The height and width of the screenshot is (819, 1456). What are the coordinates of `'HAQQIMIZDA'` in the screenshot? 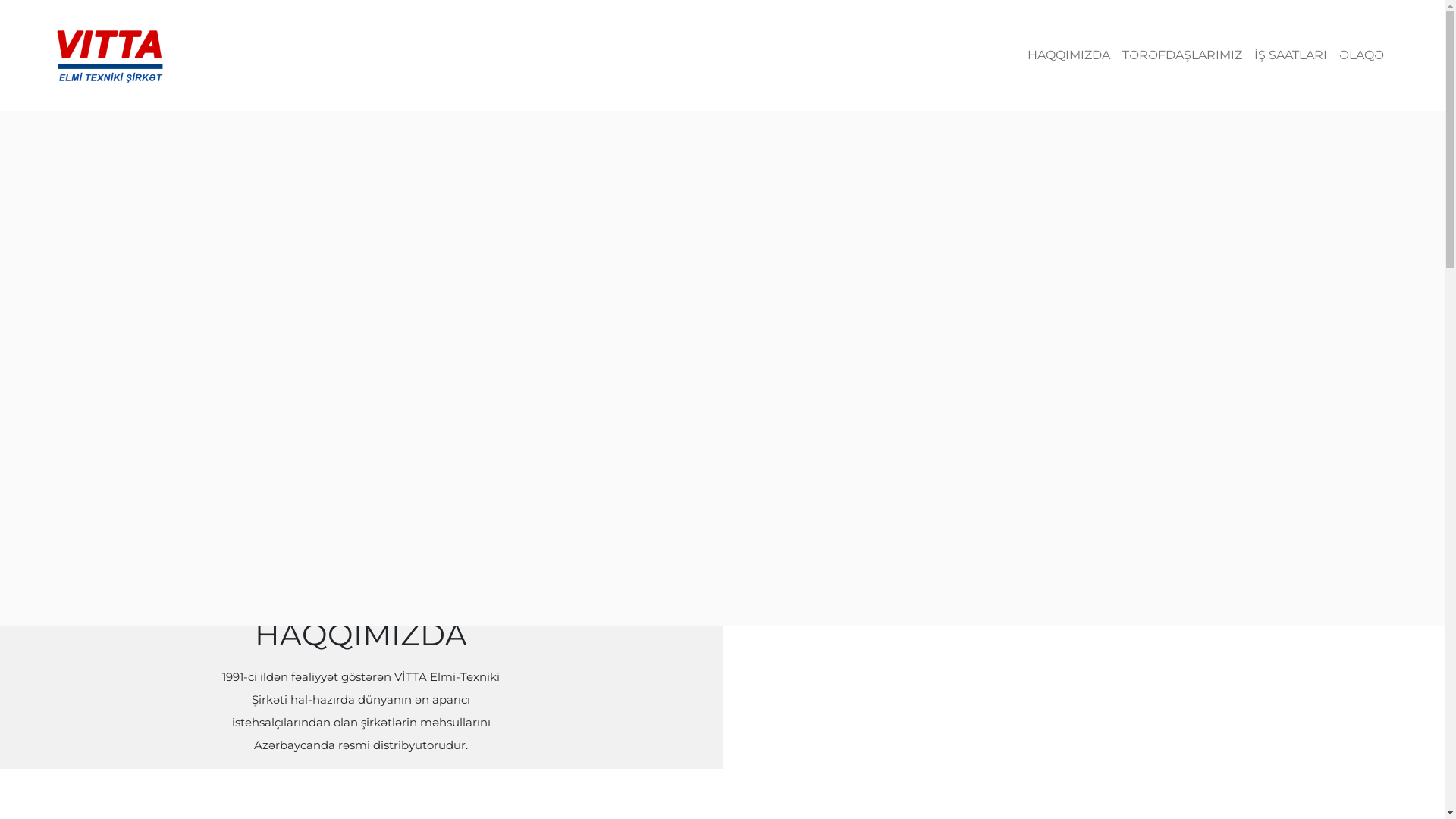 It's located at (1068, 55).